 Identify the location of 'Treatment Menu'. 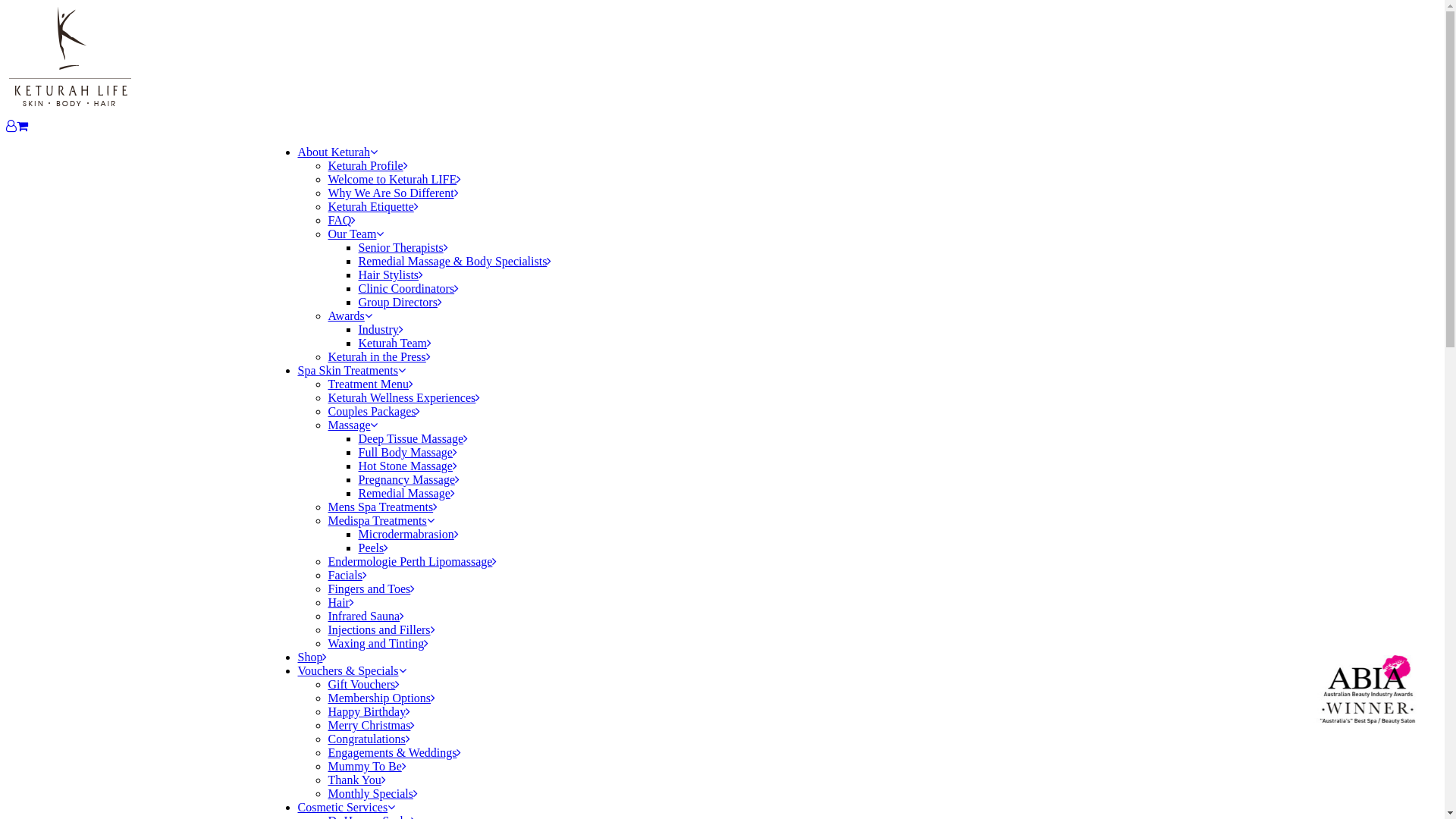
(327, 383).